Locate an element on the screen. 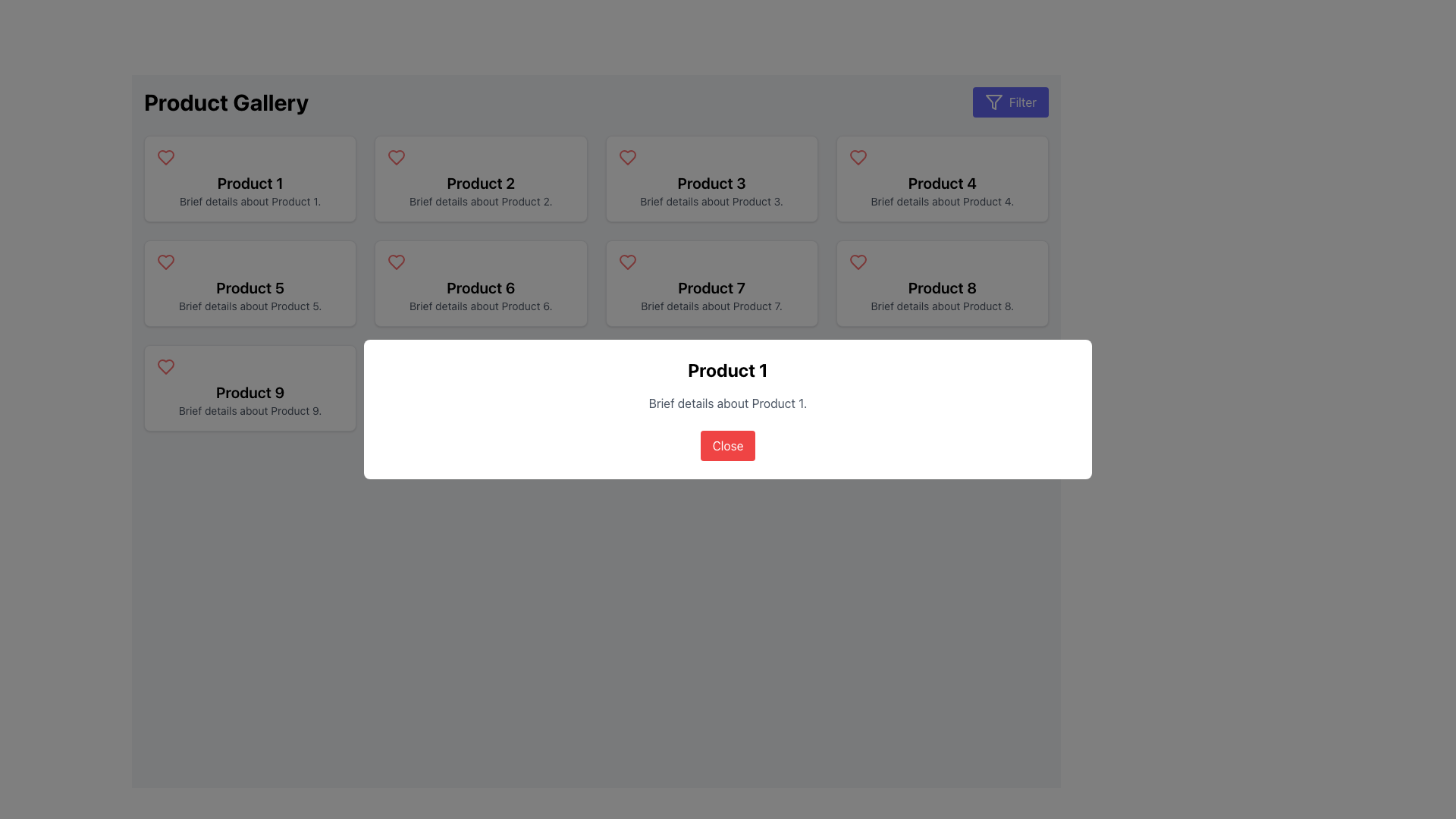 The width and height of the screenshot is (1456, 819). the second card component in the grid layout, which contains the title 'Product 2' and a heart icon is located at coordinates (480, 177).